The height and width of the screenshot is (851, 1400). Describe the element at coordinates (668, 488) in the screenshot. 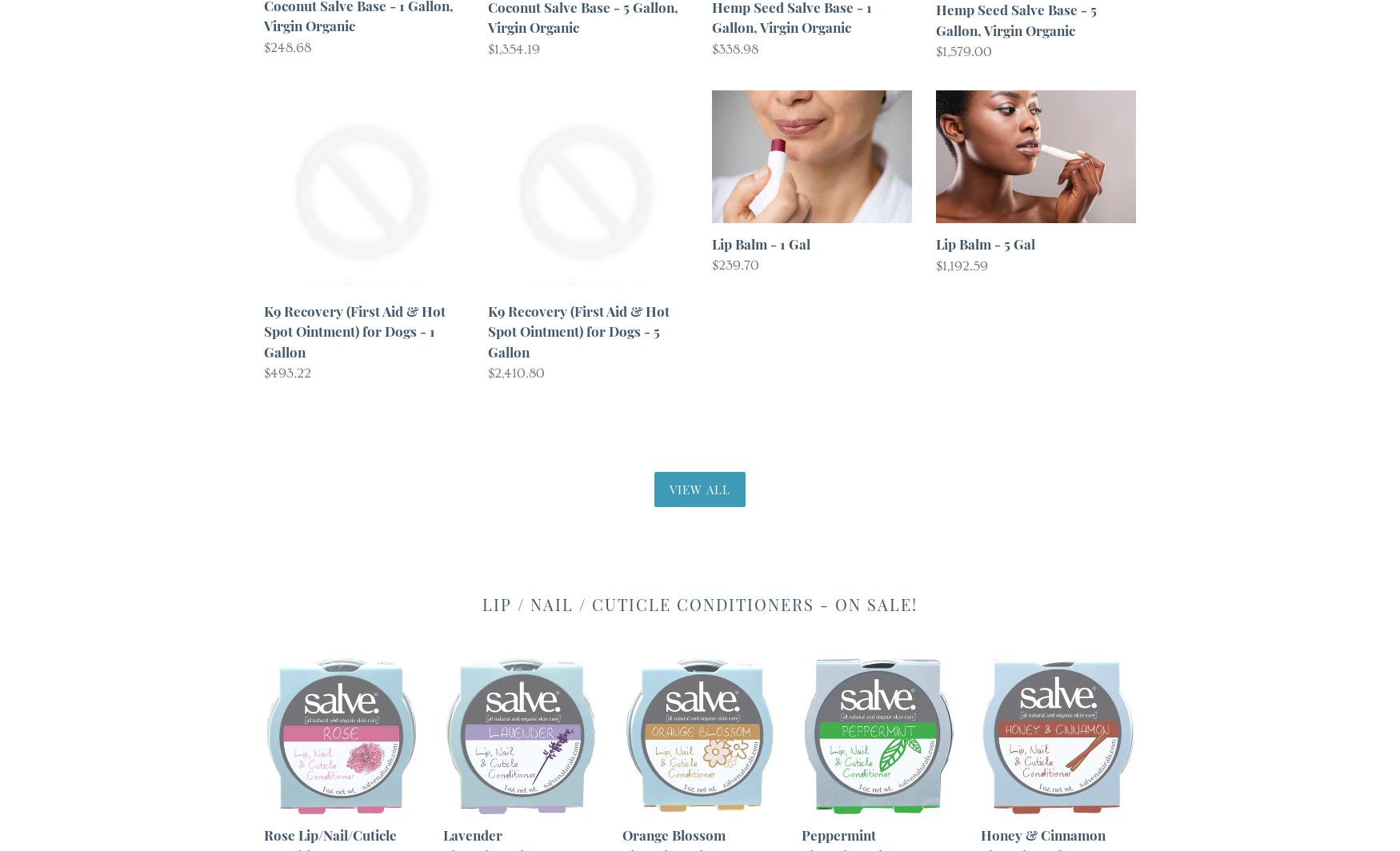

I see `'View all'` at that location.